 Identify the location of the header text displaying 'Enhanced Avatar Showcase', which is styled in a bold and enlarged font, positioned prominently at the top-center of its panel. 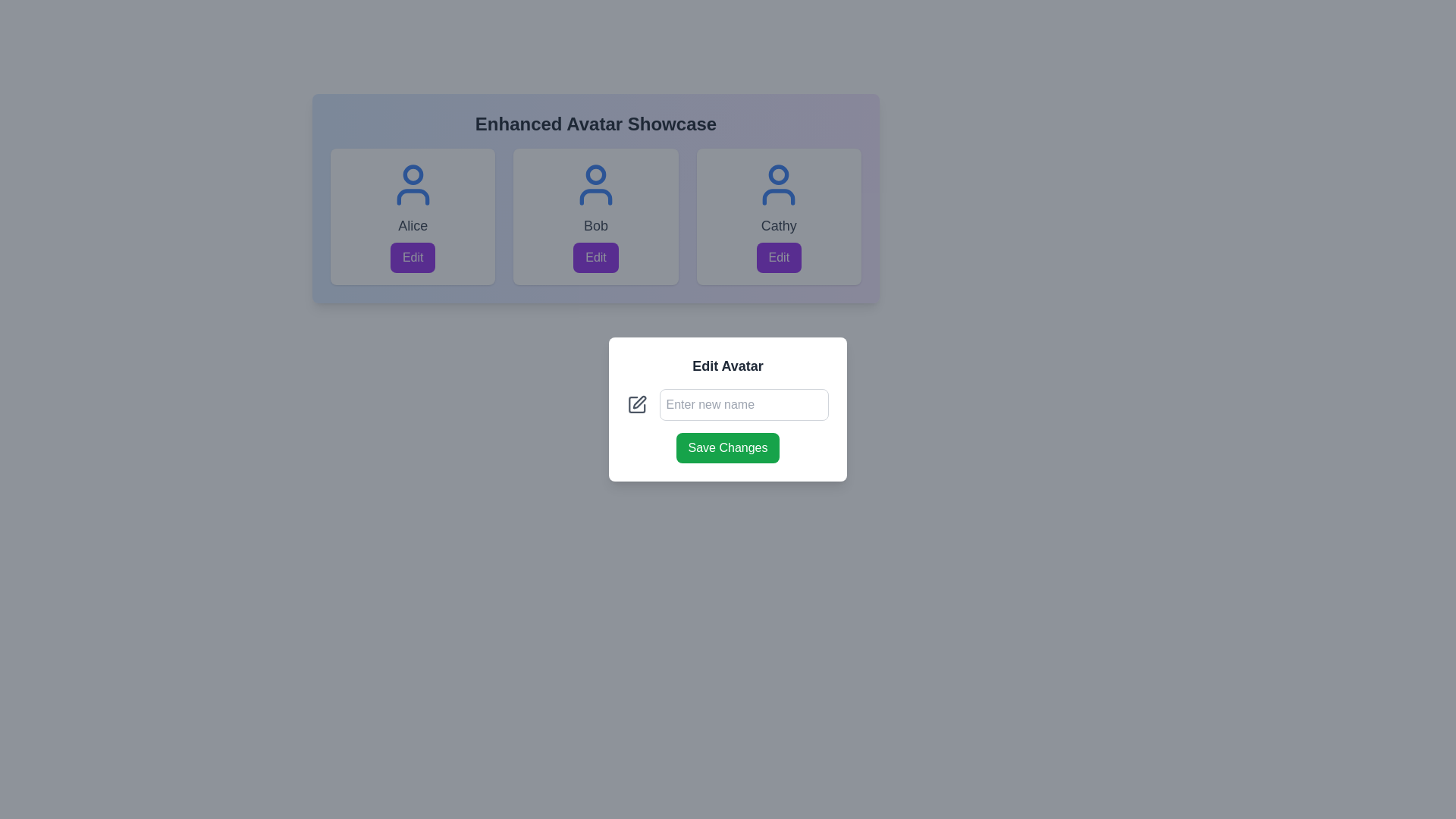
(595, 124).